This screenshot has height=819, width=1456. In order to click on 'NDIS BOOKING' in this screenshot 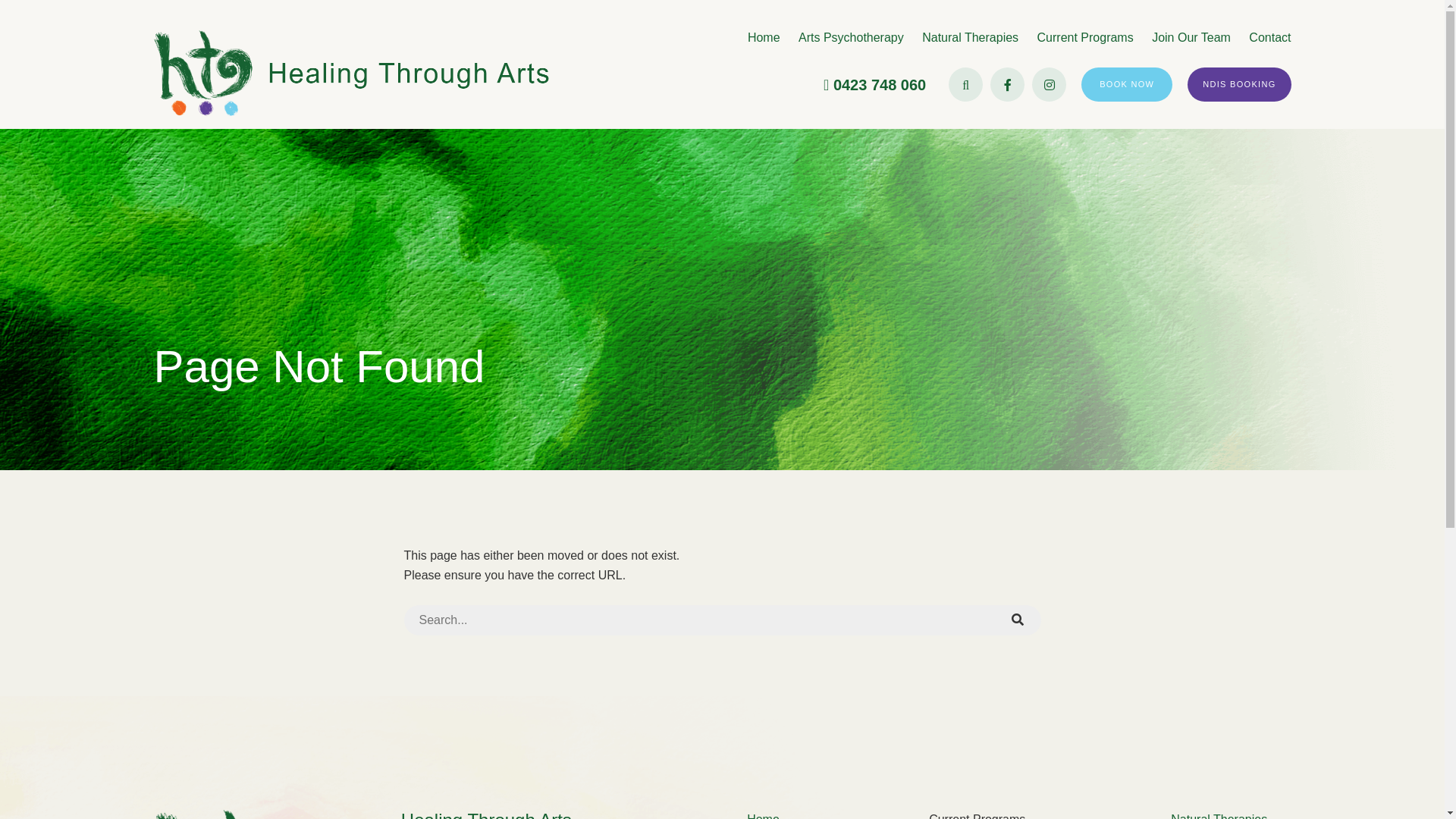, I will do `click(1186, 84)`.